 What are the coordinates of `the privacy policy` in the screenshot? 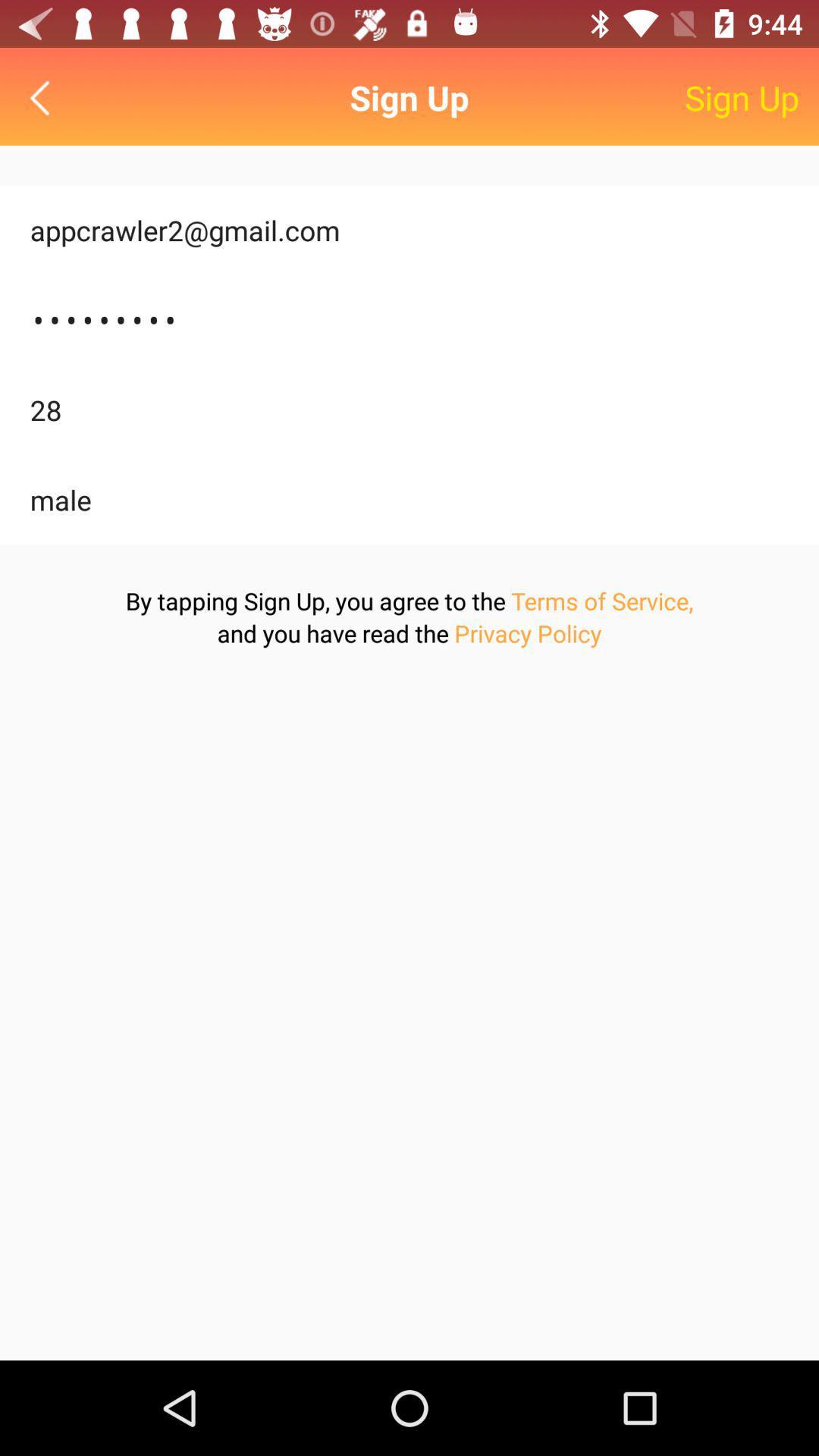 It's located at (527, 633).